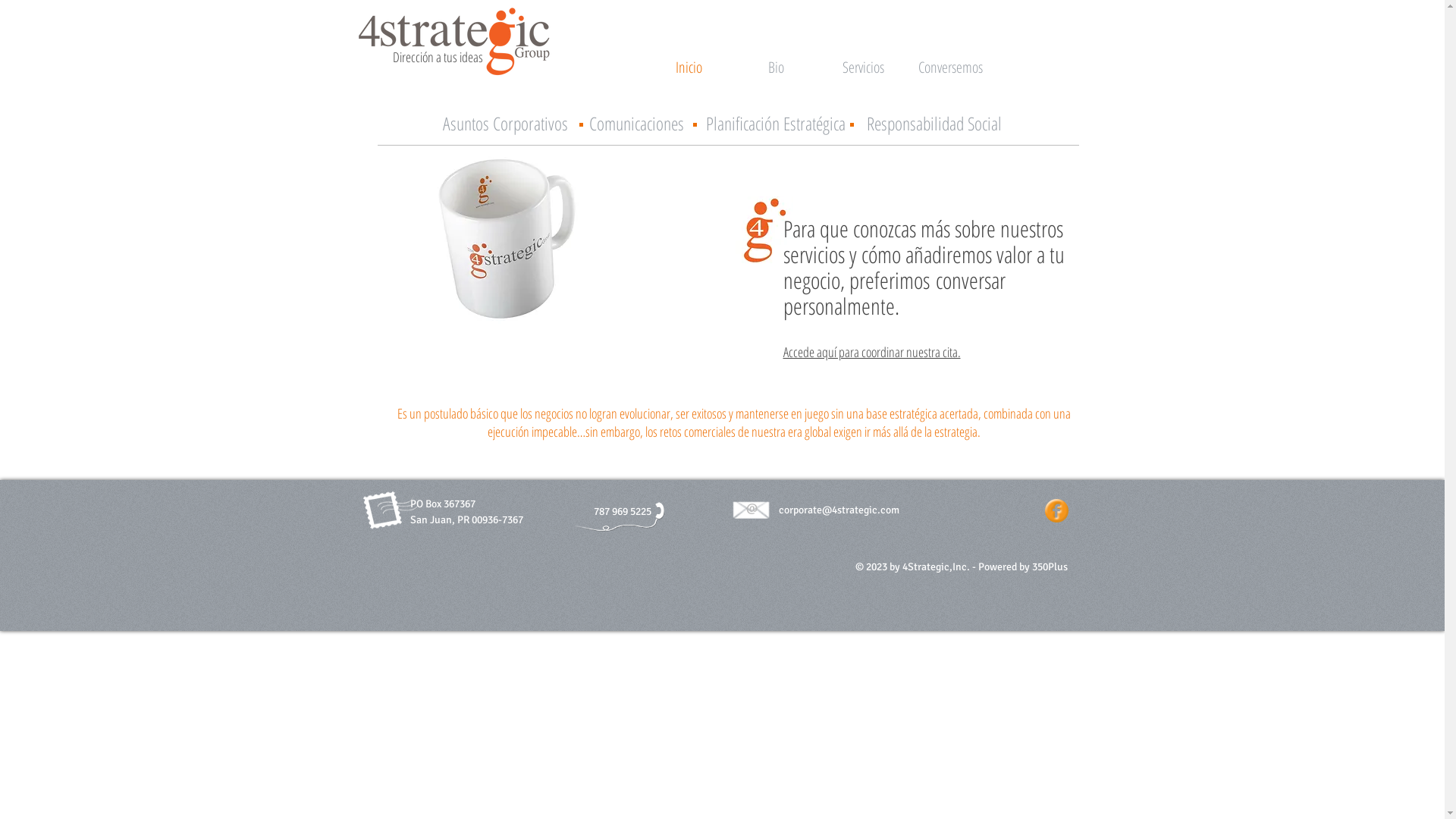  Describe the element at coordinates (862, 66) in the screenshot. I see `'Servicios'` at that location.